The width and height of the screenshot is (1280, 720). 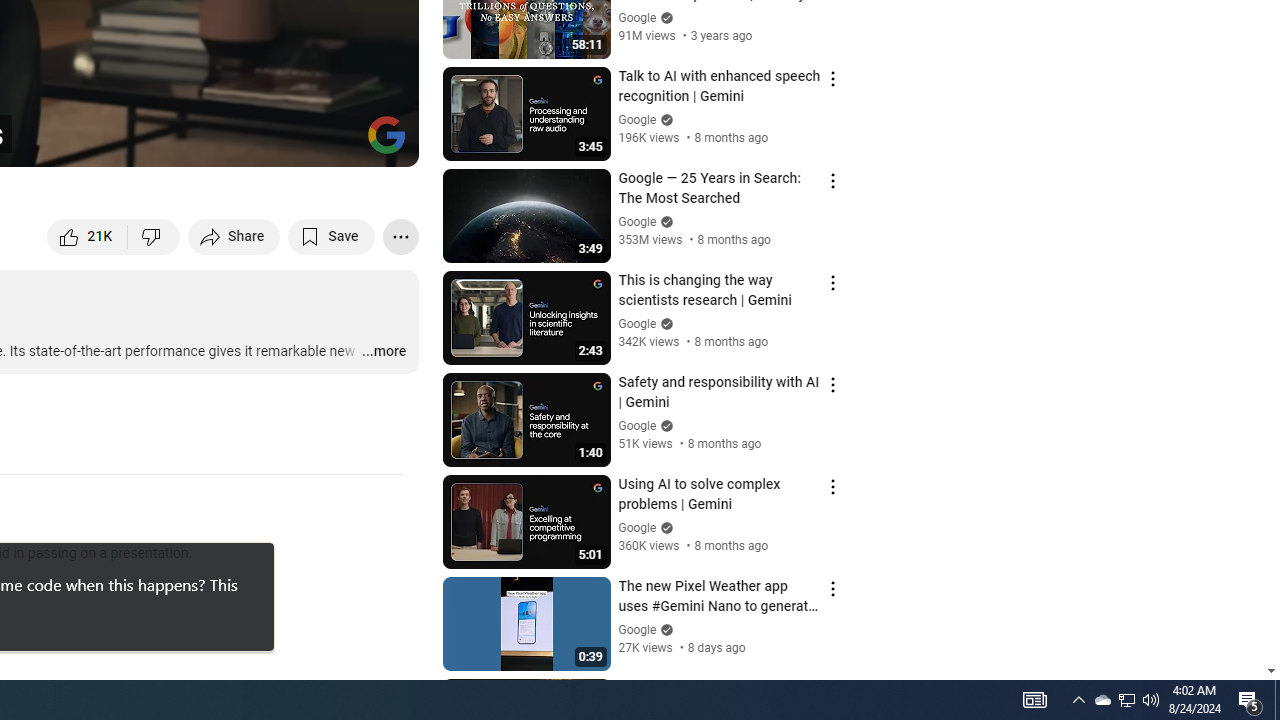 What do you see at coordinates (87, 235) in the screenshot?
I see `'like this video along with 21,118 other people'` at bounding box center [87, 235].